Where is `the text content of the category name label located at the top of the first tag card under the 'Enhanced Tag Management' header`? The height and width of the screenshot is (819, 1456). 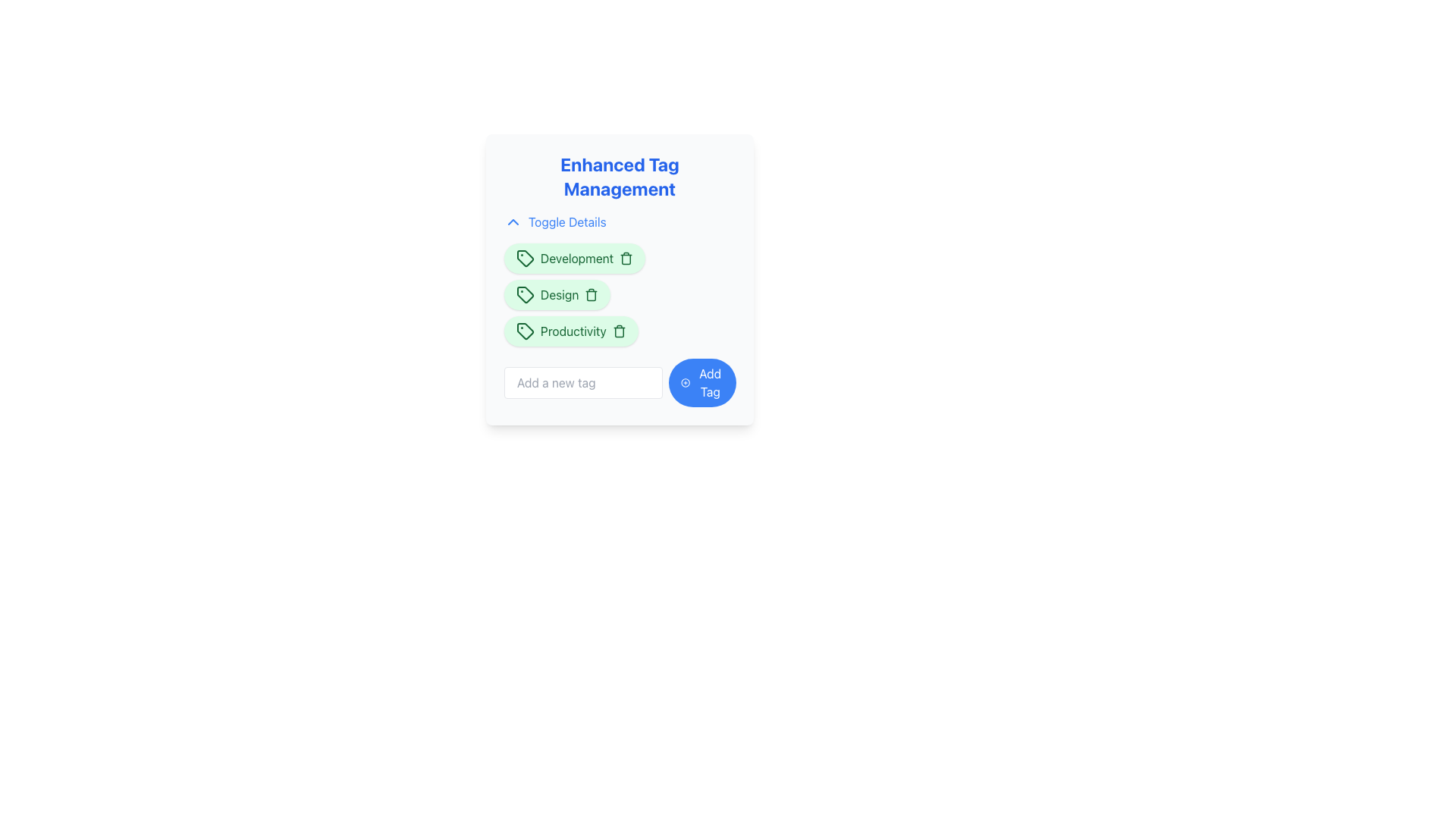
the text content of the category name label located at the top of the first tag card under the 'Enhanced Tag Management' header is located at coordinates (576, 257).